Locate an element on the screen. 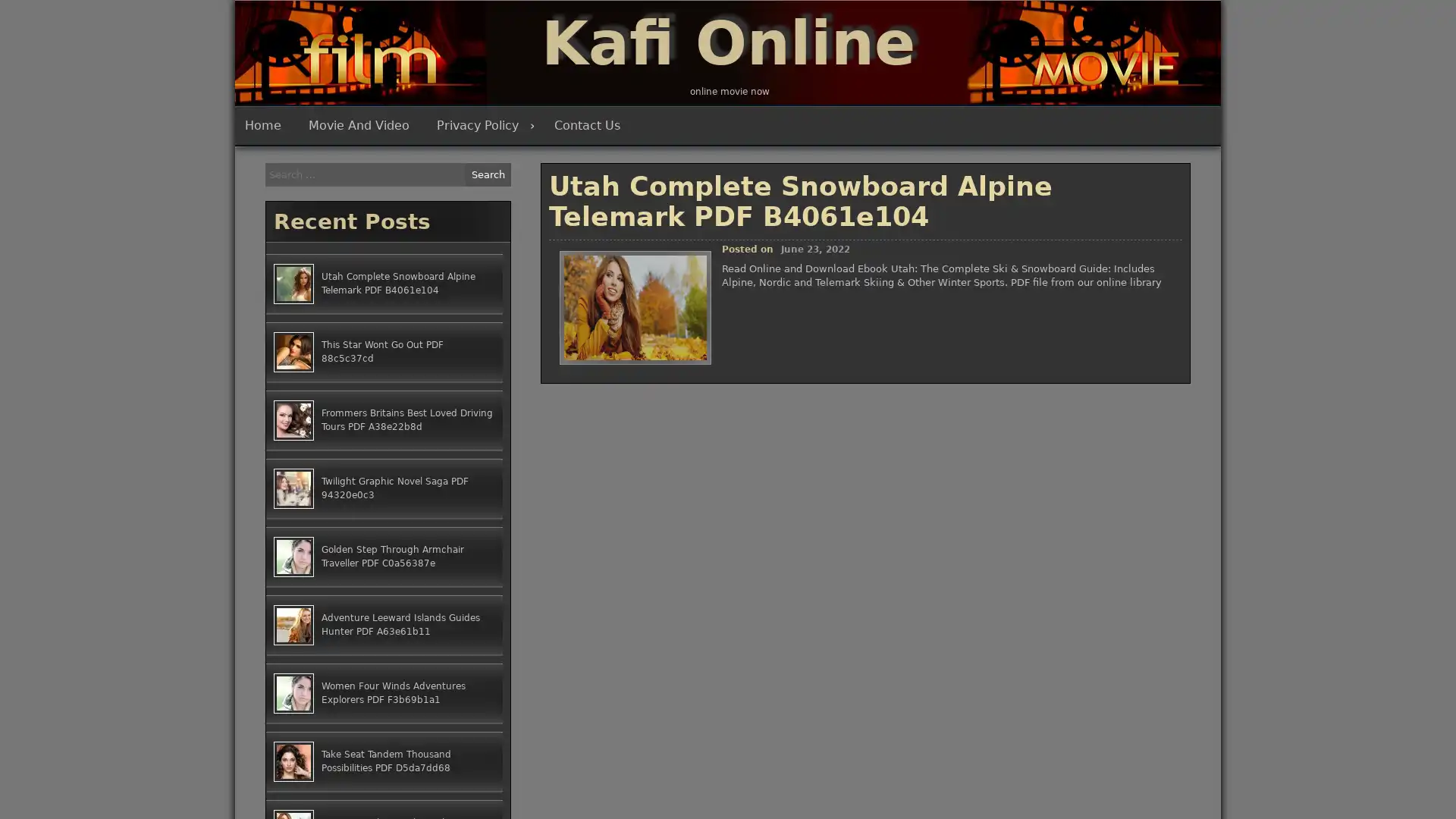 This screenshot has height=819, width=1456. Search is located at coordinates (488, 174).